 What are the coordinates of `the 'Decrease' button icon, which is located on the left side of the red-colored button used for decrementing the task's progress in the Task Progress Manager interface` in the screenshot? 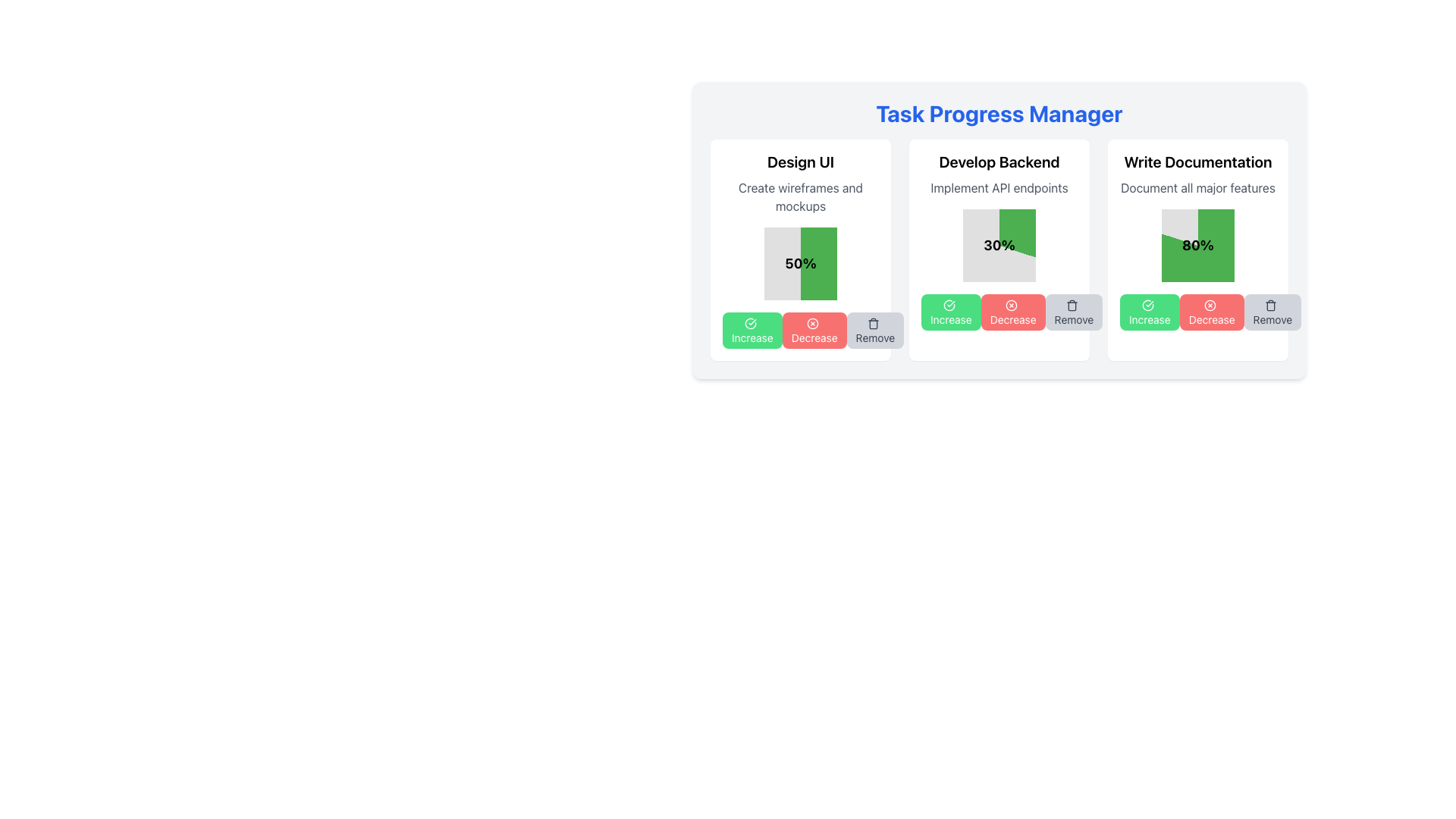 It's located at (812, 323).